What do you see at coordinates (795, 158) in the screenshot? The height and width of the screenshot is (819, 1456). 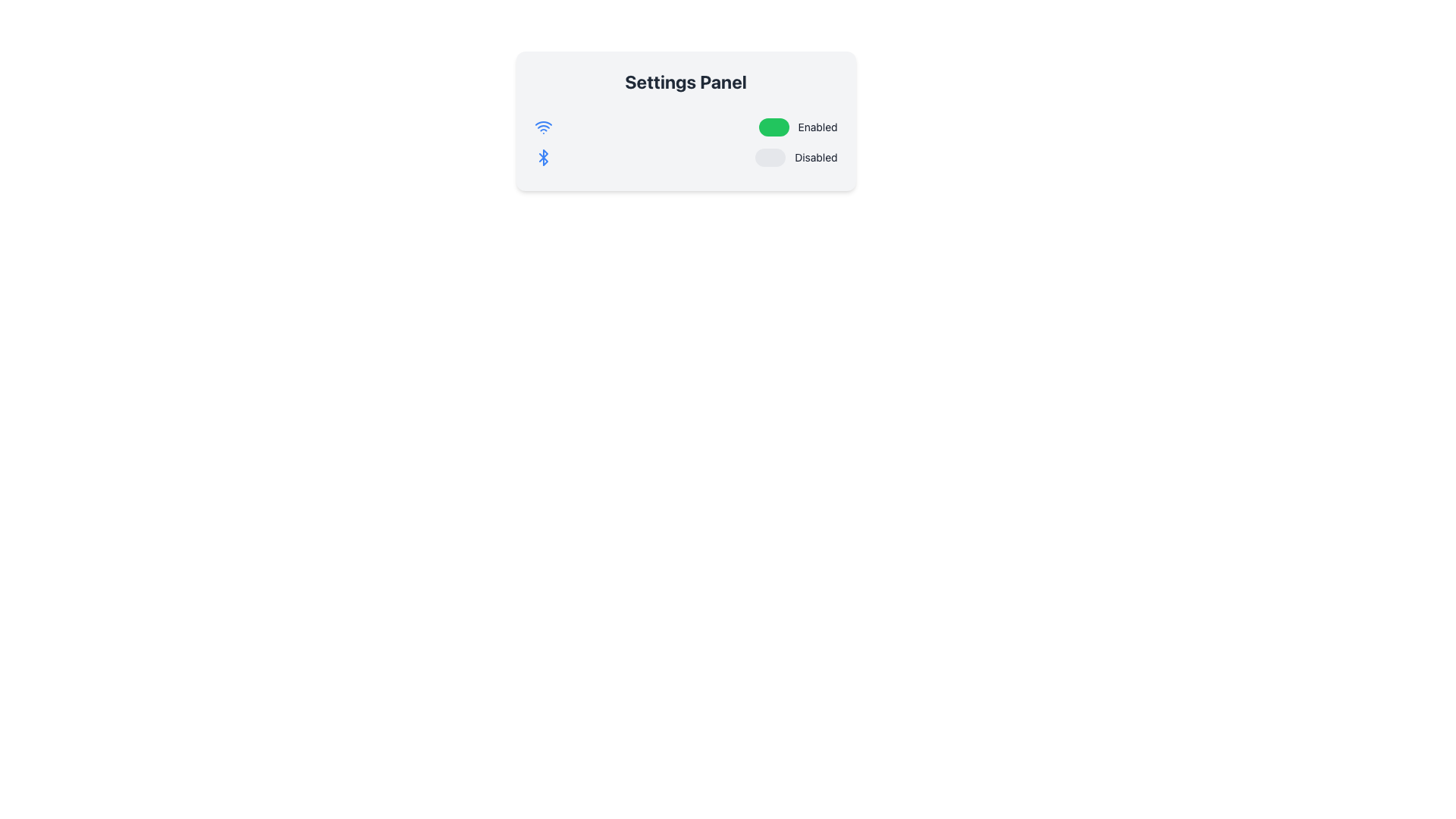 I see `the toggle switch labeled 'Disabled'` at bounding box center [795, 158].